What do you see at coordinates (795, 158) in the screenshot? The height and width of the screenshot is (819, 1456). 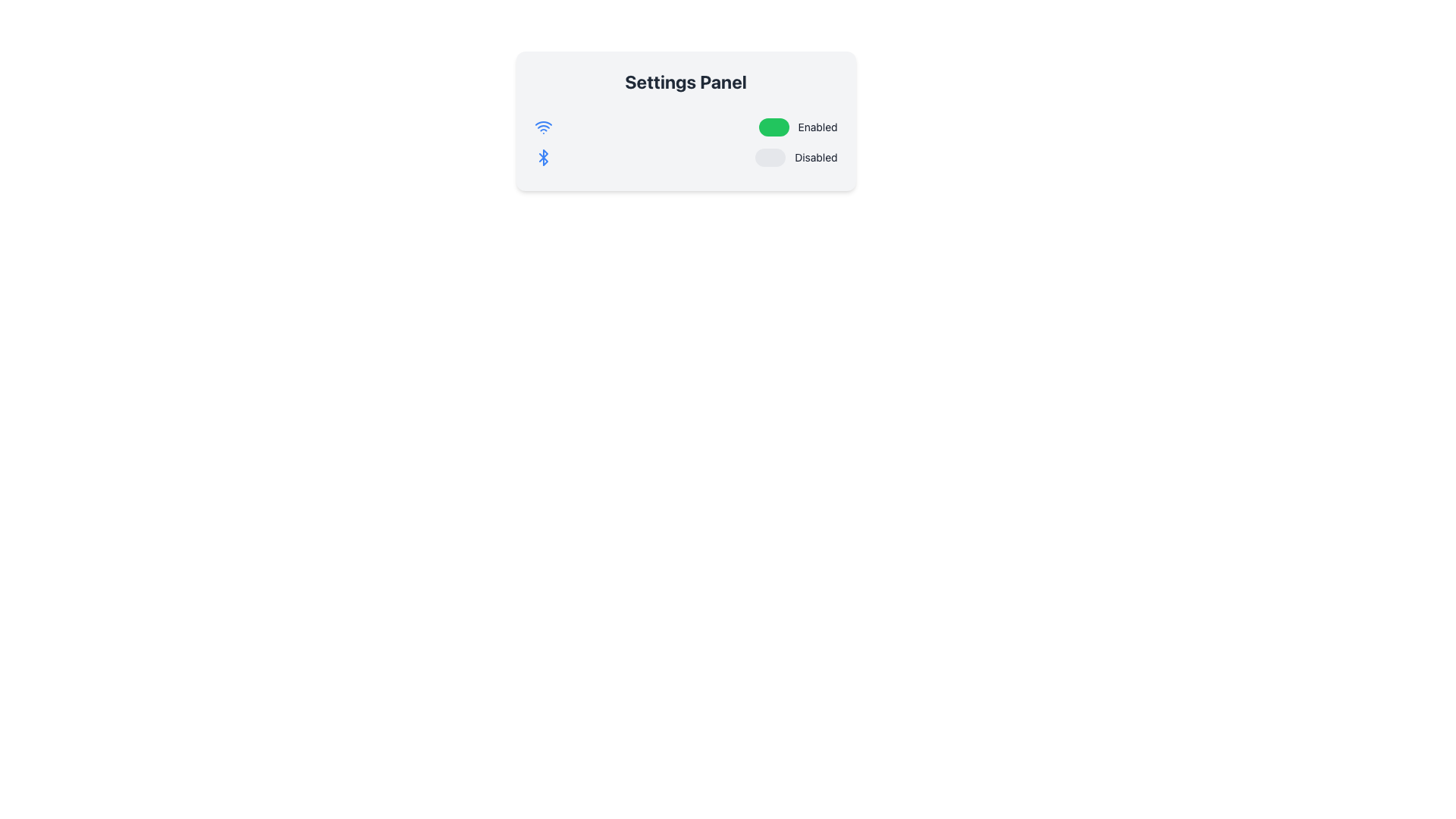 I see `the toggle switch labeled 'Disabled'` at bounding box center [795, 158].